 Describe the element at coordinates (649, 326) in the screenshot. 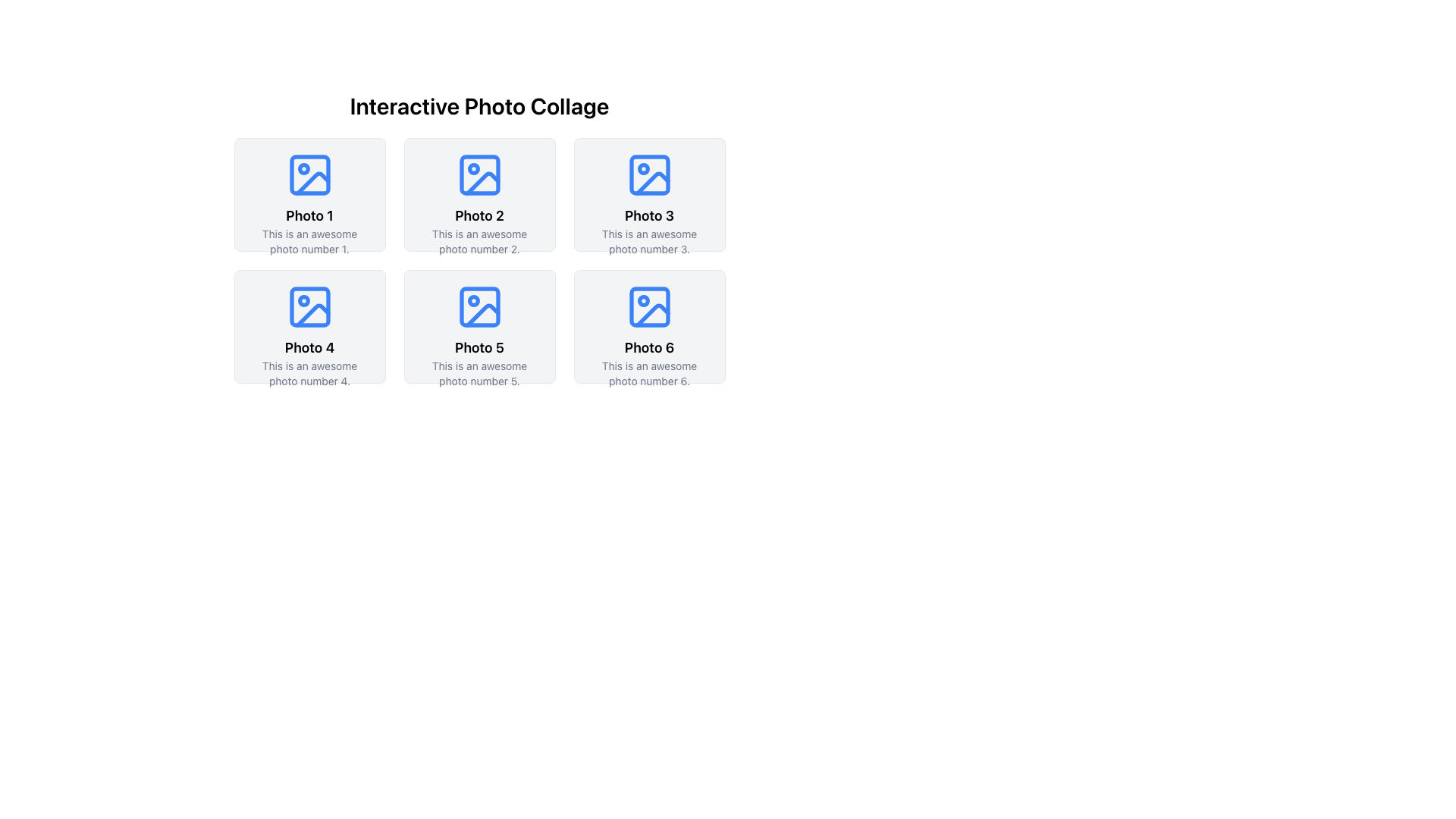

I see `the zoom-in icon located in the bottom-right grid entry labeled 'Photo 6'` at that location.